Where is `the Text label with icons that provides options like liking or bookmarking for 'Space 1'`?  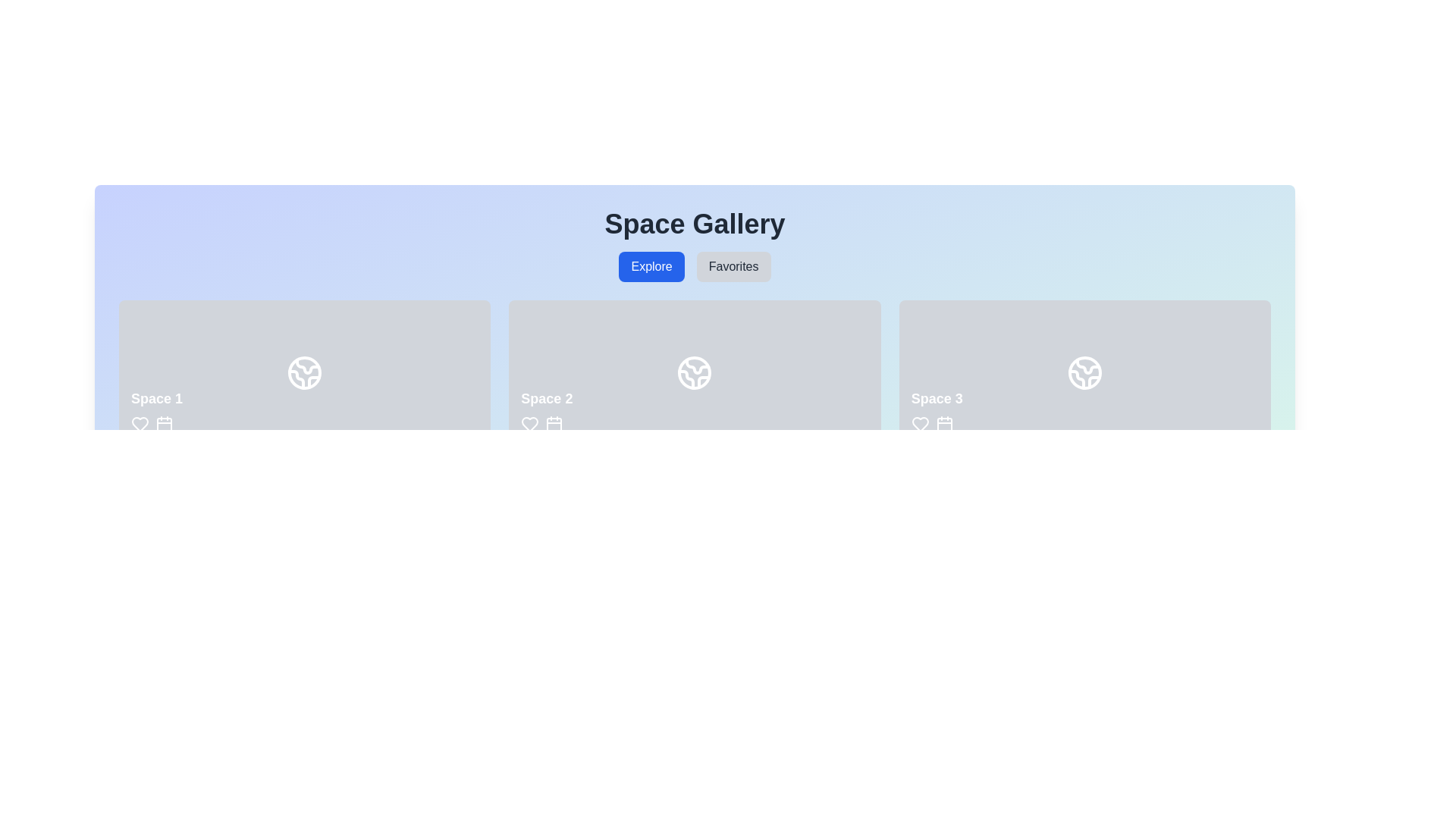
the Text label with icons that provides options like liking or bookmarking for 'Space 1' is located at coordinates (156, 411).